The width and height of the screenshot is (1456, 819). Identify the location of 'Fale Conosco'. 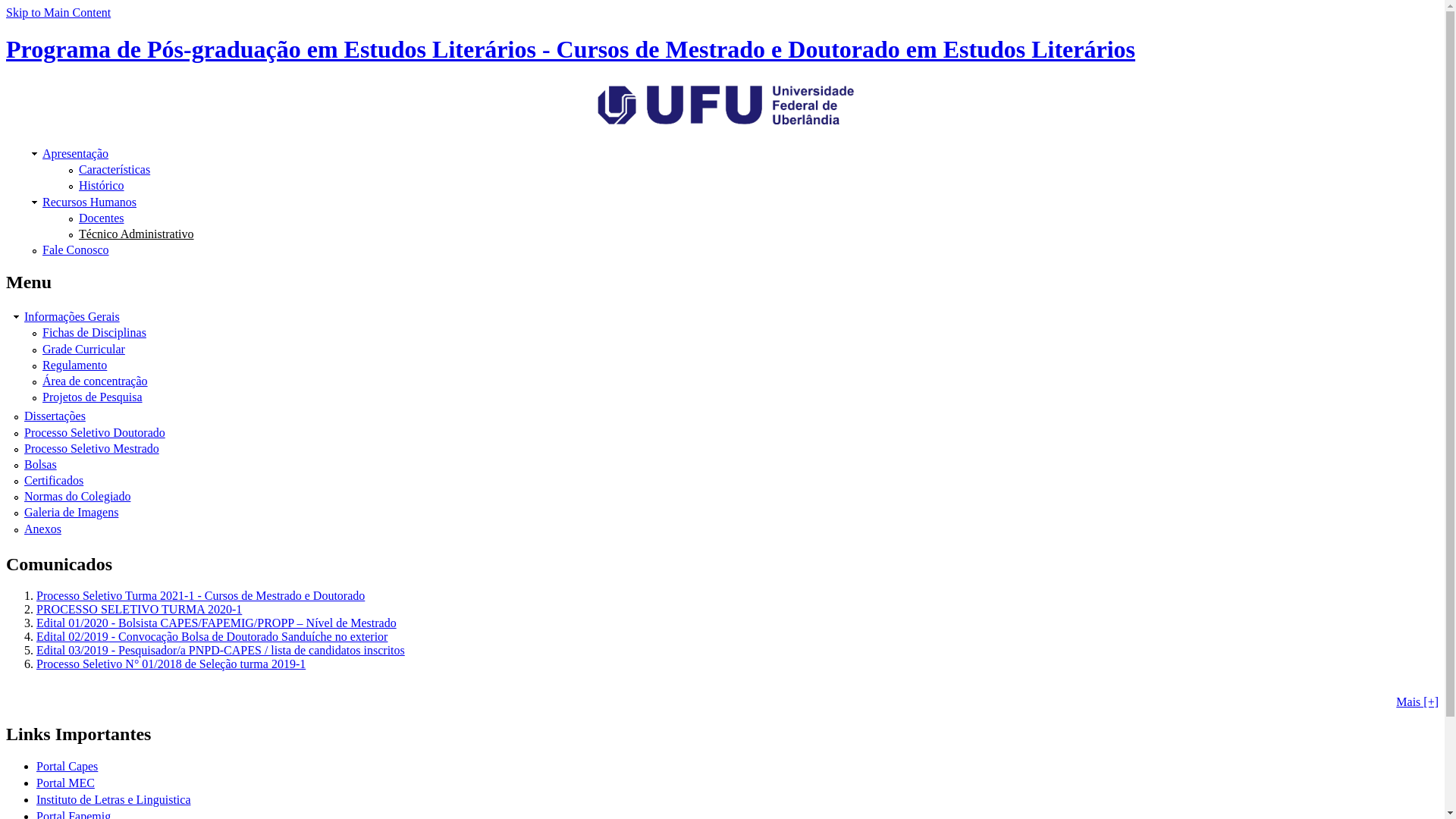
(42, 249).